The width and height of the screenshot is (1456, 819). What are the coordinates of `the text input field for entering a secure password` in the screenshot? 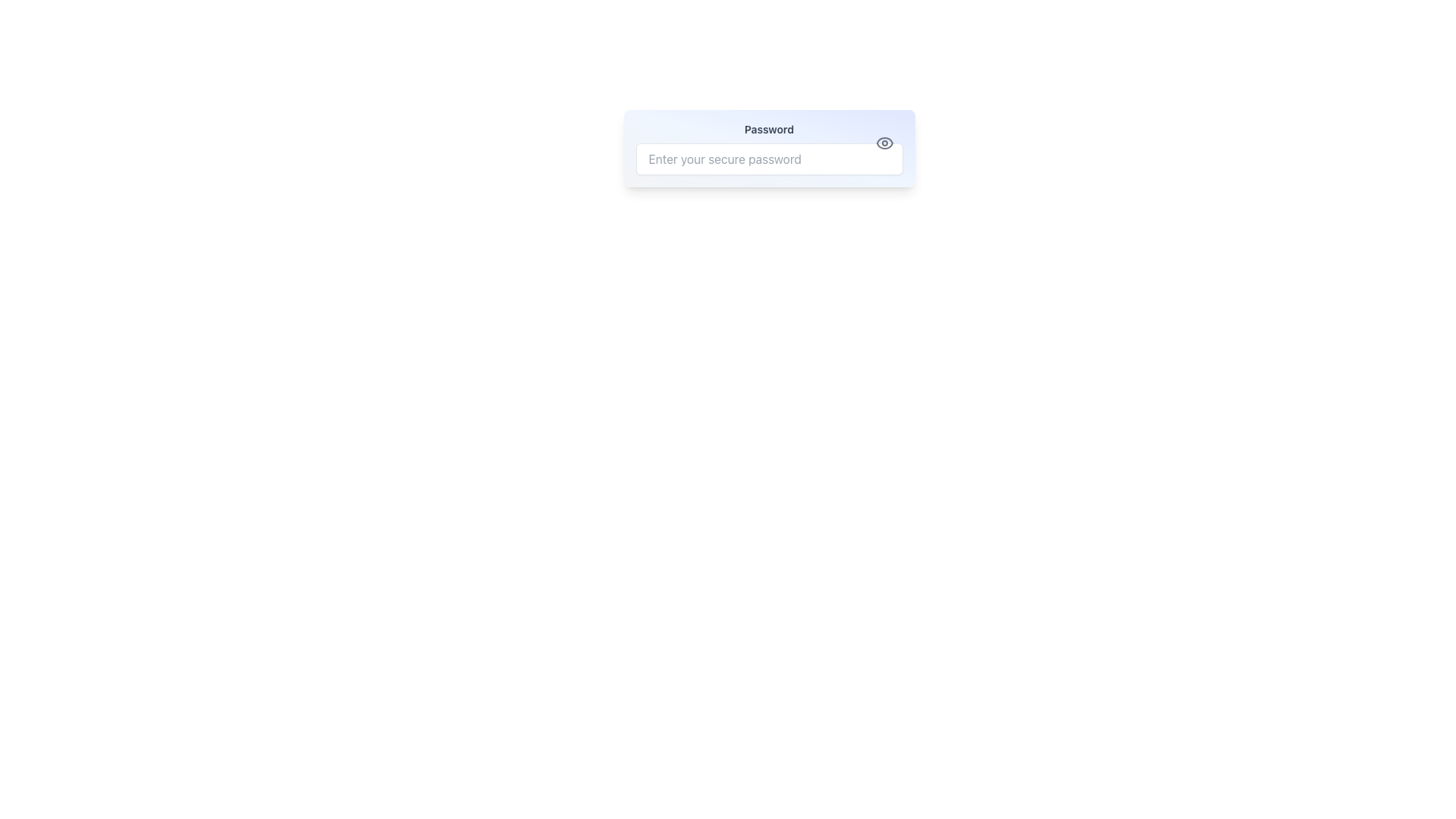 It's located at (769, 158).